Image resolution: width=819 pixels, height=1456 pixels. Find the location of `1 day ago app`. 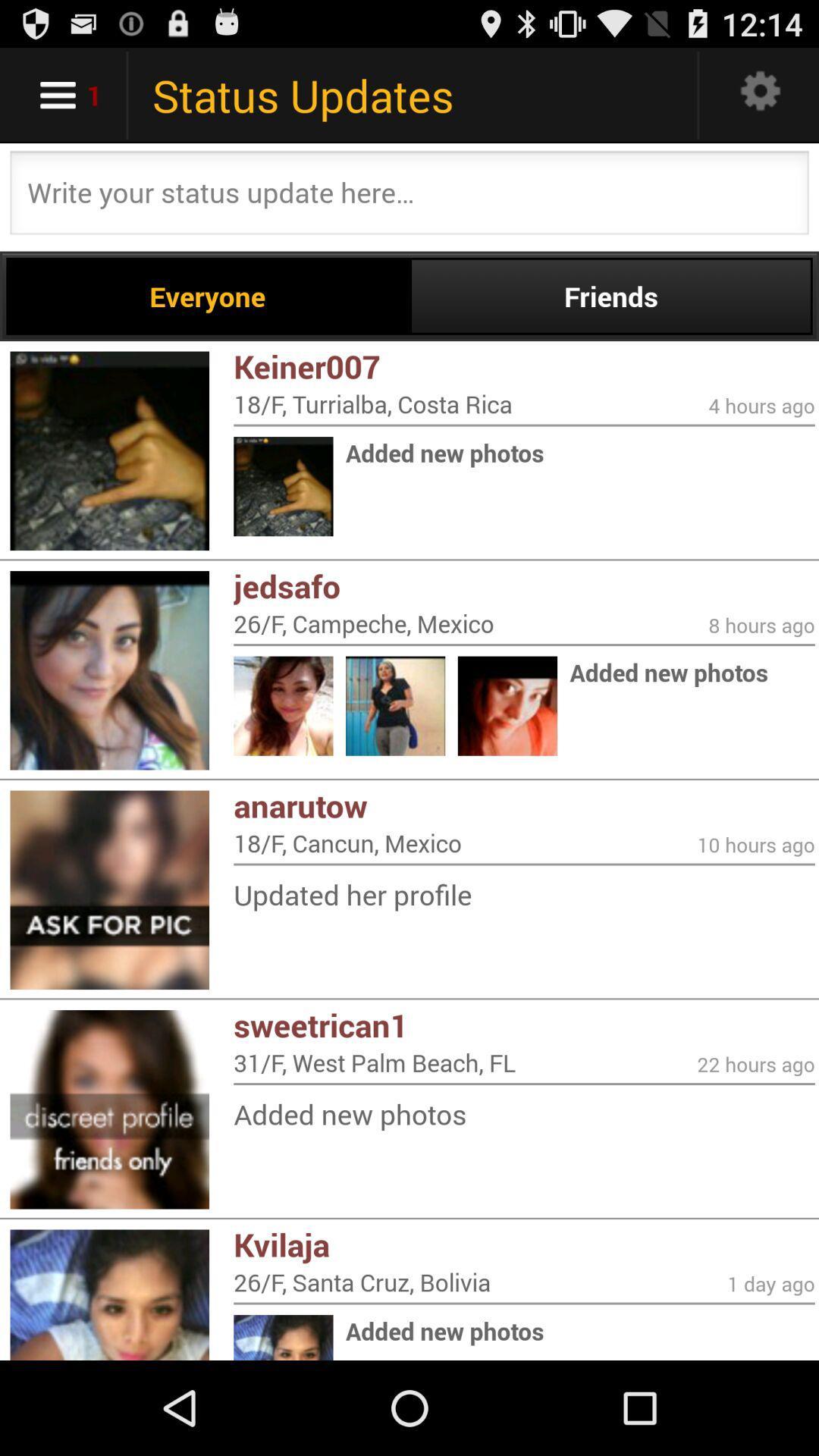

1 day ago app is located at coordinates (771, 1283).